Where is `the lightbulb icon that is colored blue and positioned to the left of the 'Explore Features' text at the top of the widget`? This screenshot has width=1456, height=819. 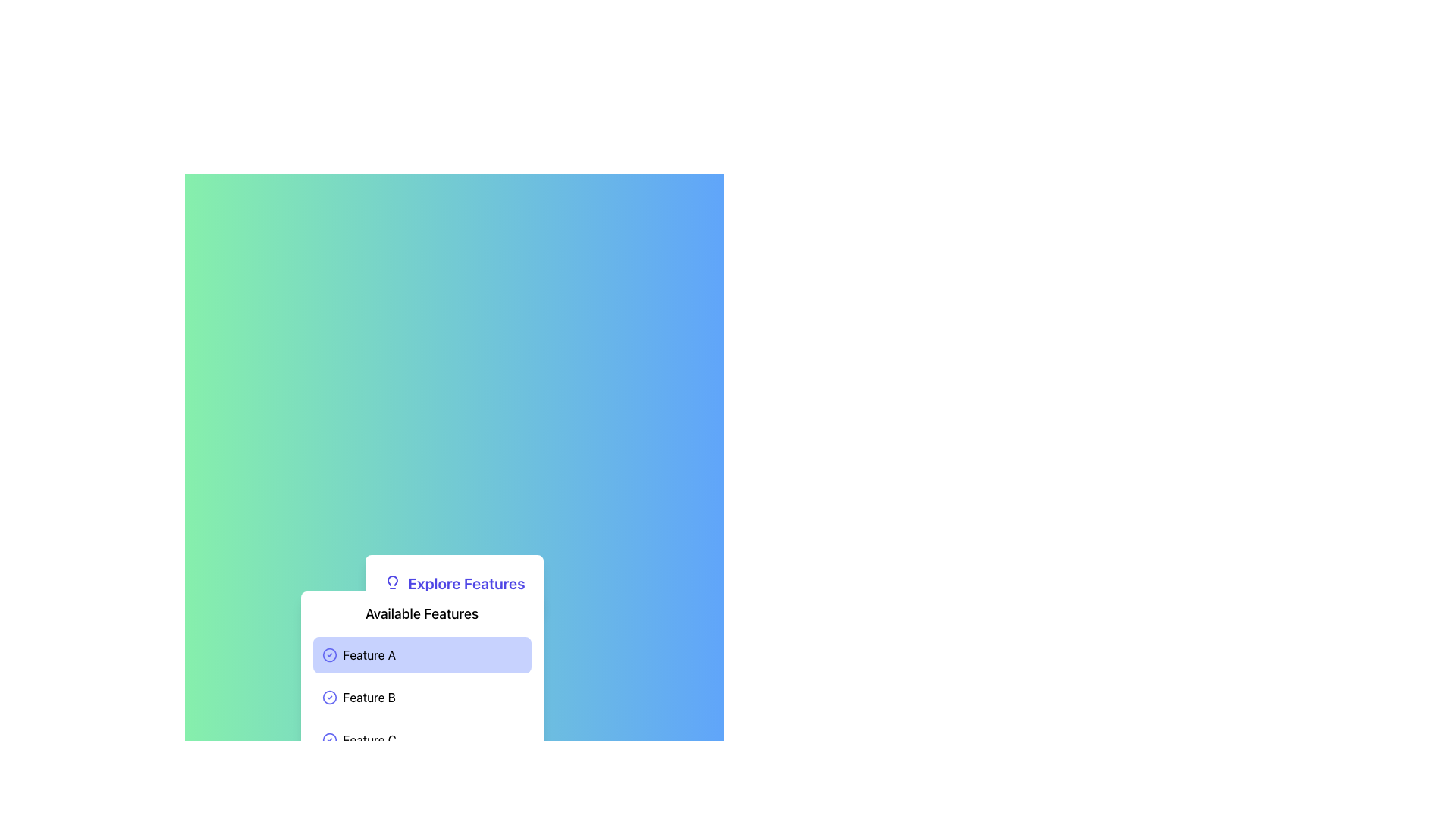
the lightbulb icon that is colored blue and positioned to the left of the 'Explore Features' text at the top of the widget is located at coordinates (393, 583).